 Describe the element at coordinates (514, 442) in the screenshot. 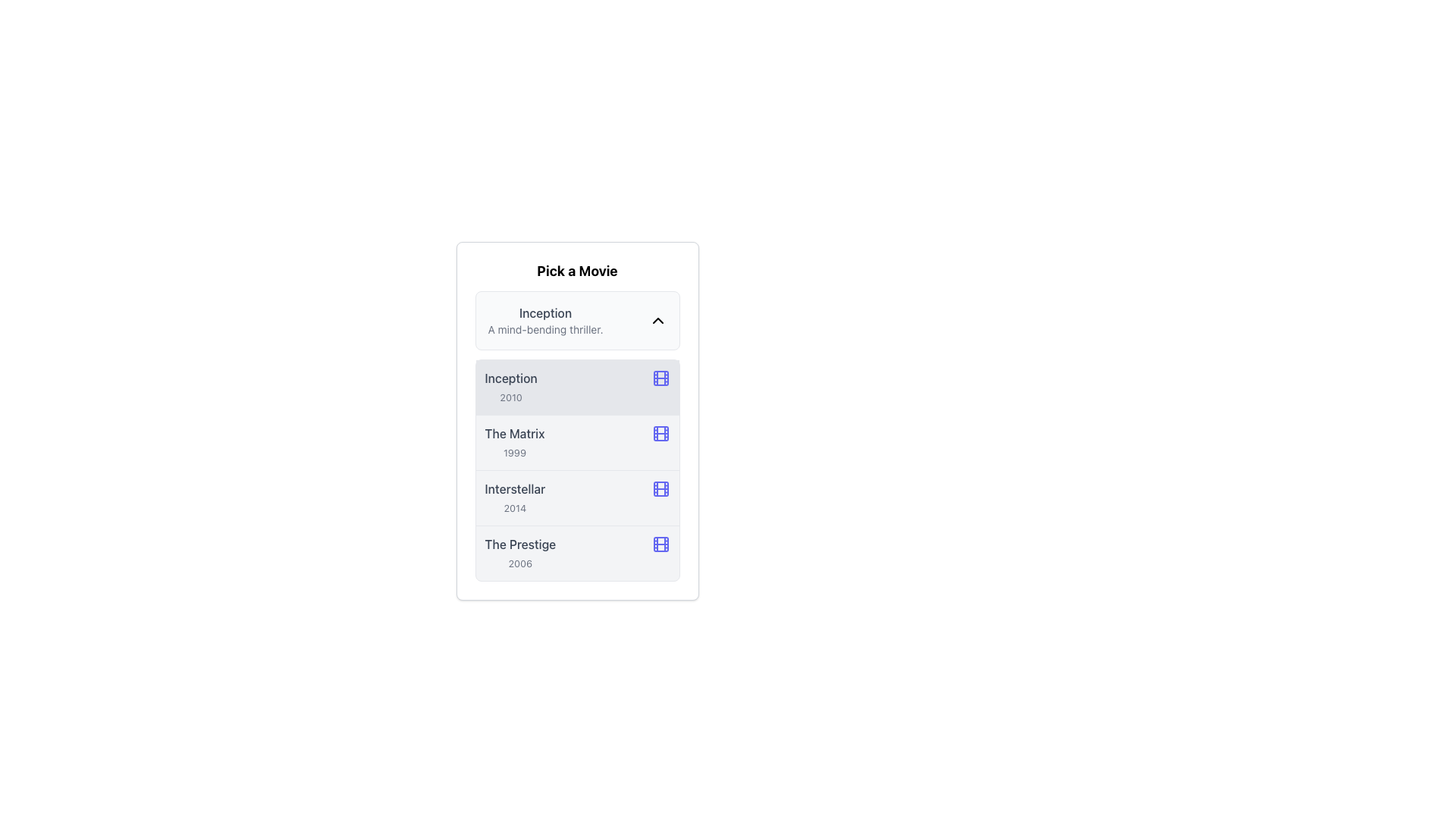

I see `text label containing information about the movie 'The Matrix' released in '1999', which is the second item in the movie selection list` at that location.